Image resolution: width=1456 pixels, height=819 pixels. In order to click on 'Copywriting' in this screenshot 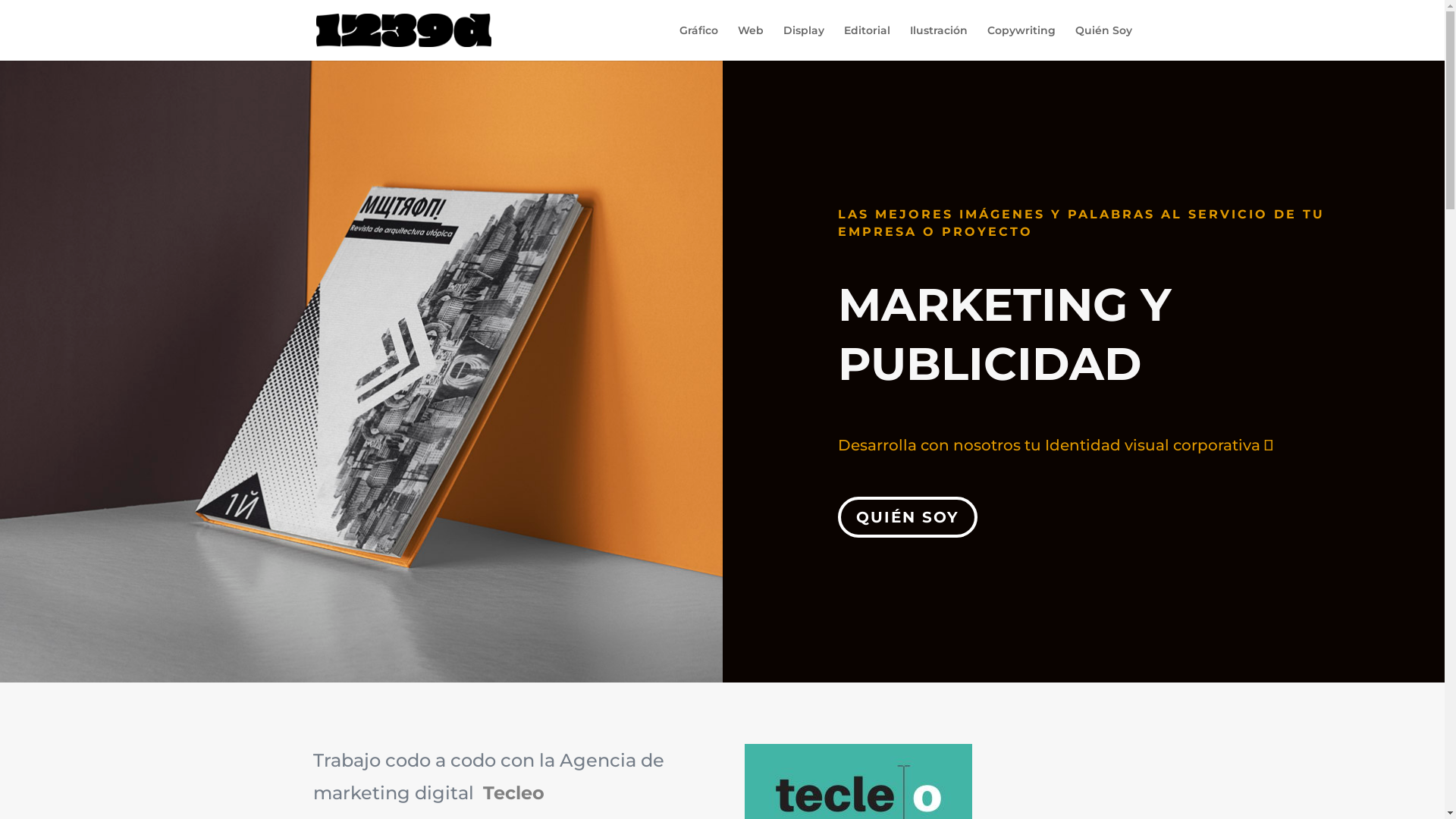, I will do `click(1021, 42)`.